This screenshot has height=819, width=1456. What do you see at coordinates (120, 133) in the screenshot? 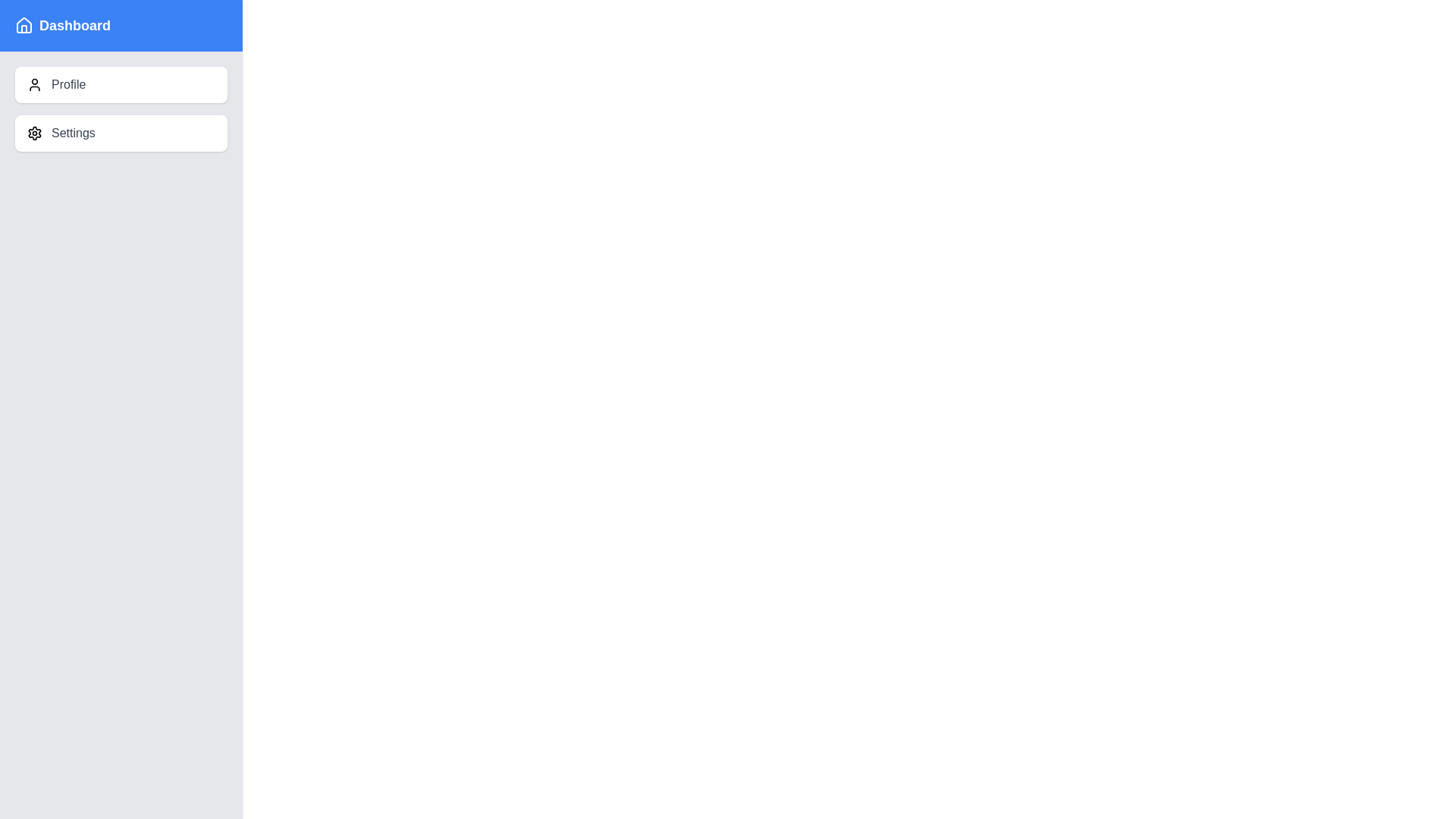
I see `the 'Settings' menu item` at bounding box center [120, 133].